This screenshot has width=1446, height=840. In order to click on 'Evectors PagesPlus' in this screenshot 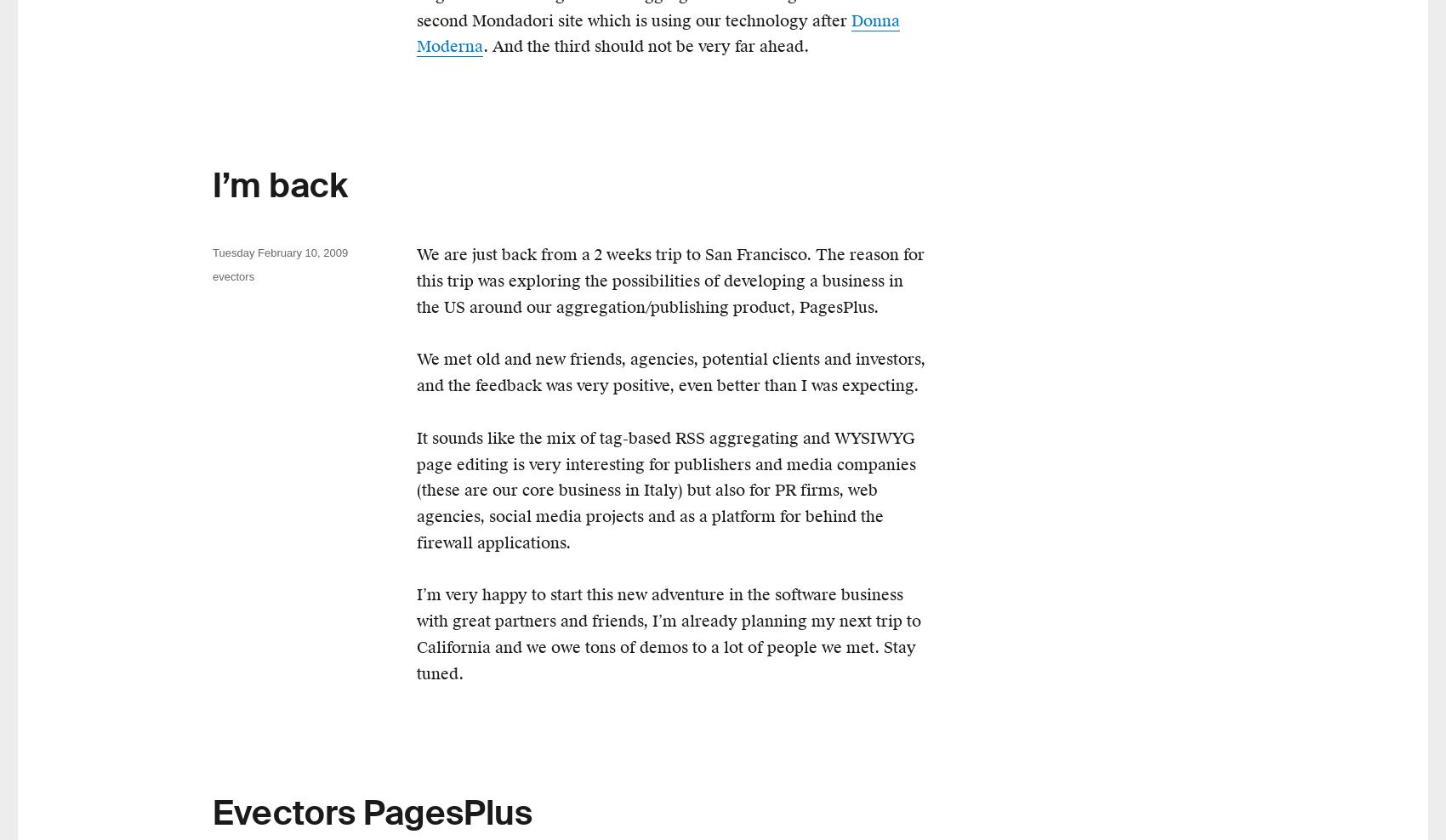, I will do `click(372, 812)`.